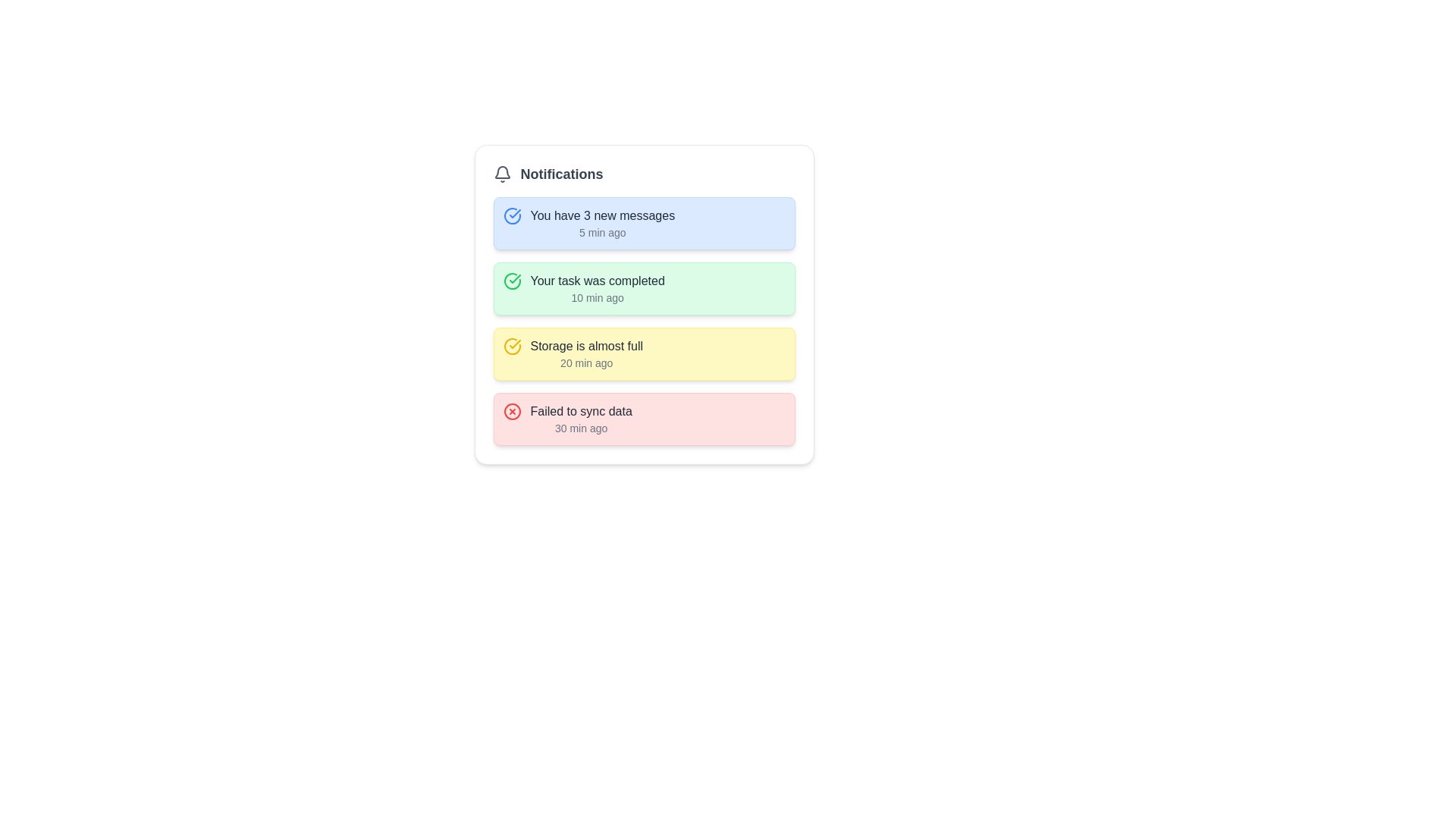 The height and width of the screenshot is (819, 1456). I want to click on the fourth notification box that alerts the user about a failure in syncing data for more details, so click(644, 419).